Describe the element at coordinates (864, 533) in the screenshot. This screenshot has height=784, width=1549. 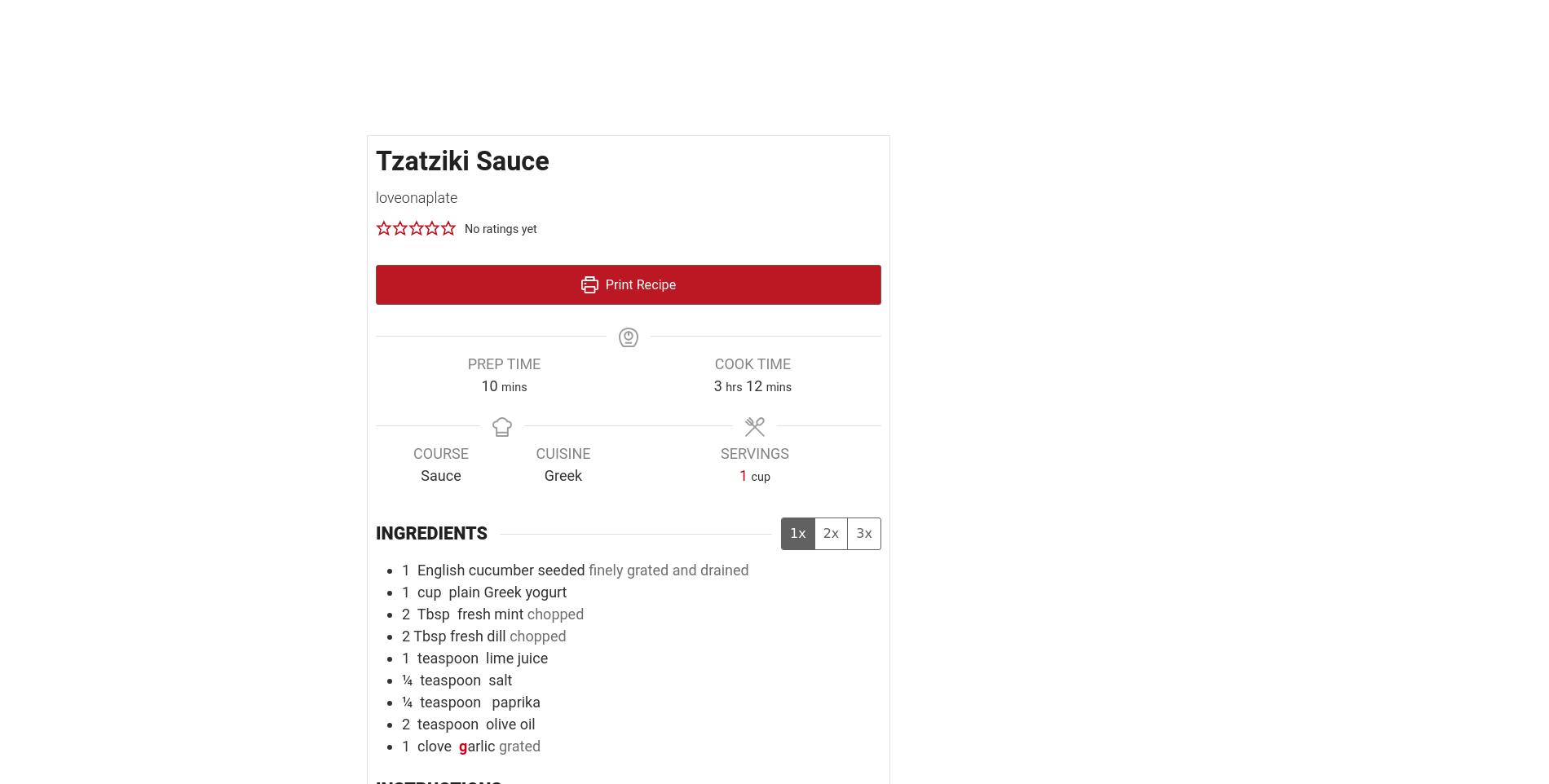
I see `'3x'` at that location.